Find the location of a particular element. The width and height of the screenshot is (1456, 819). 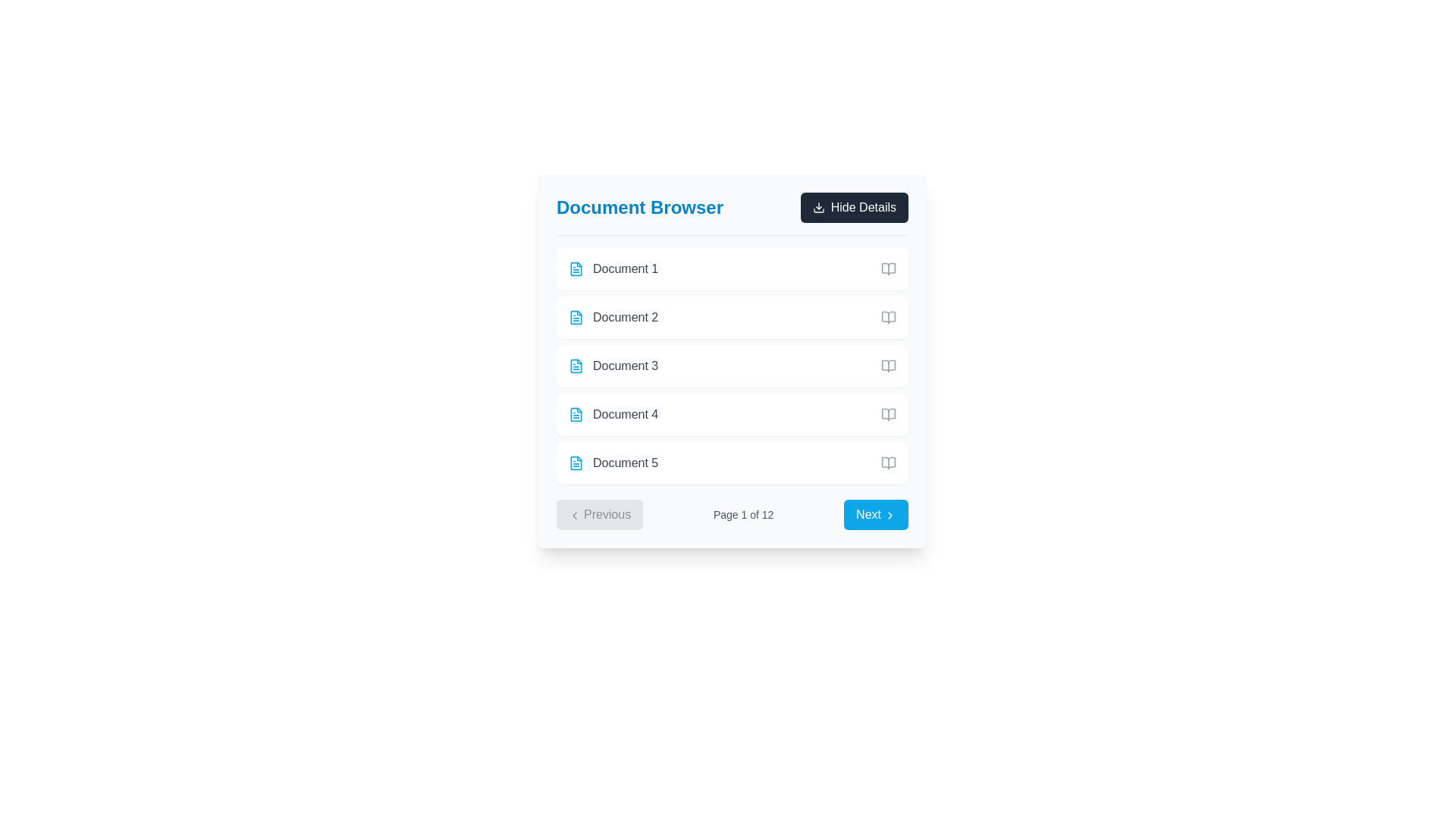

the open book icon located on the right end of the row labeled 'Document 5' in the 'Document Browser' interface is located at coordinates (888, 462).